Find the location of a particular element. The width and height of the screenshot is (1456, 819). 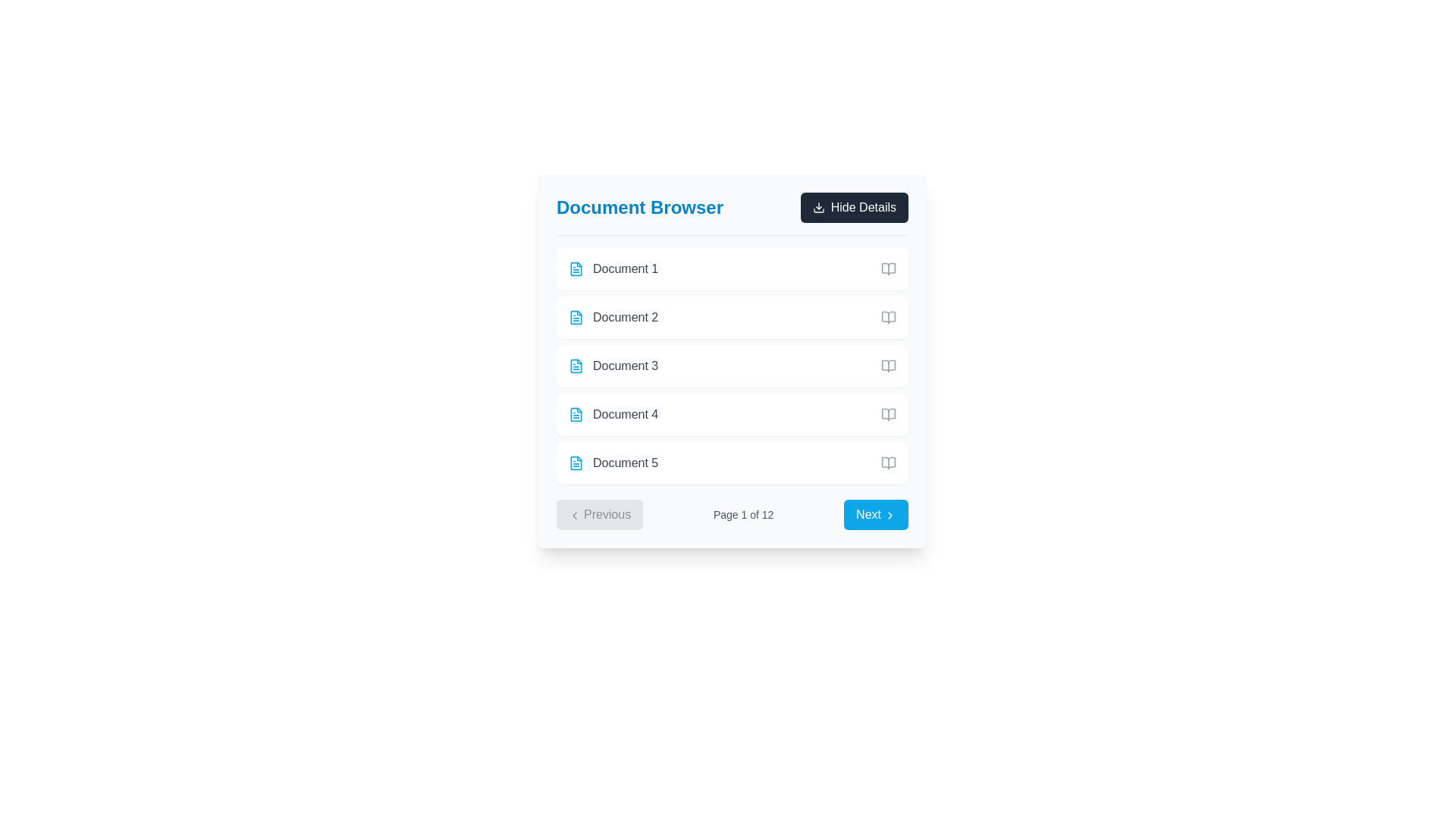

the open book icon located on the right end of the row labeled 'Document 5' in the 'Document Browser' interface is located at coordinates (888, 462).